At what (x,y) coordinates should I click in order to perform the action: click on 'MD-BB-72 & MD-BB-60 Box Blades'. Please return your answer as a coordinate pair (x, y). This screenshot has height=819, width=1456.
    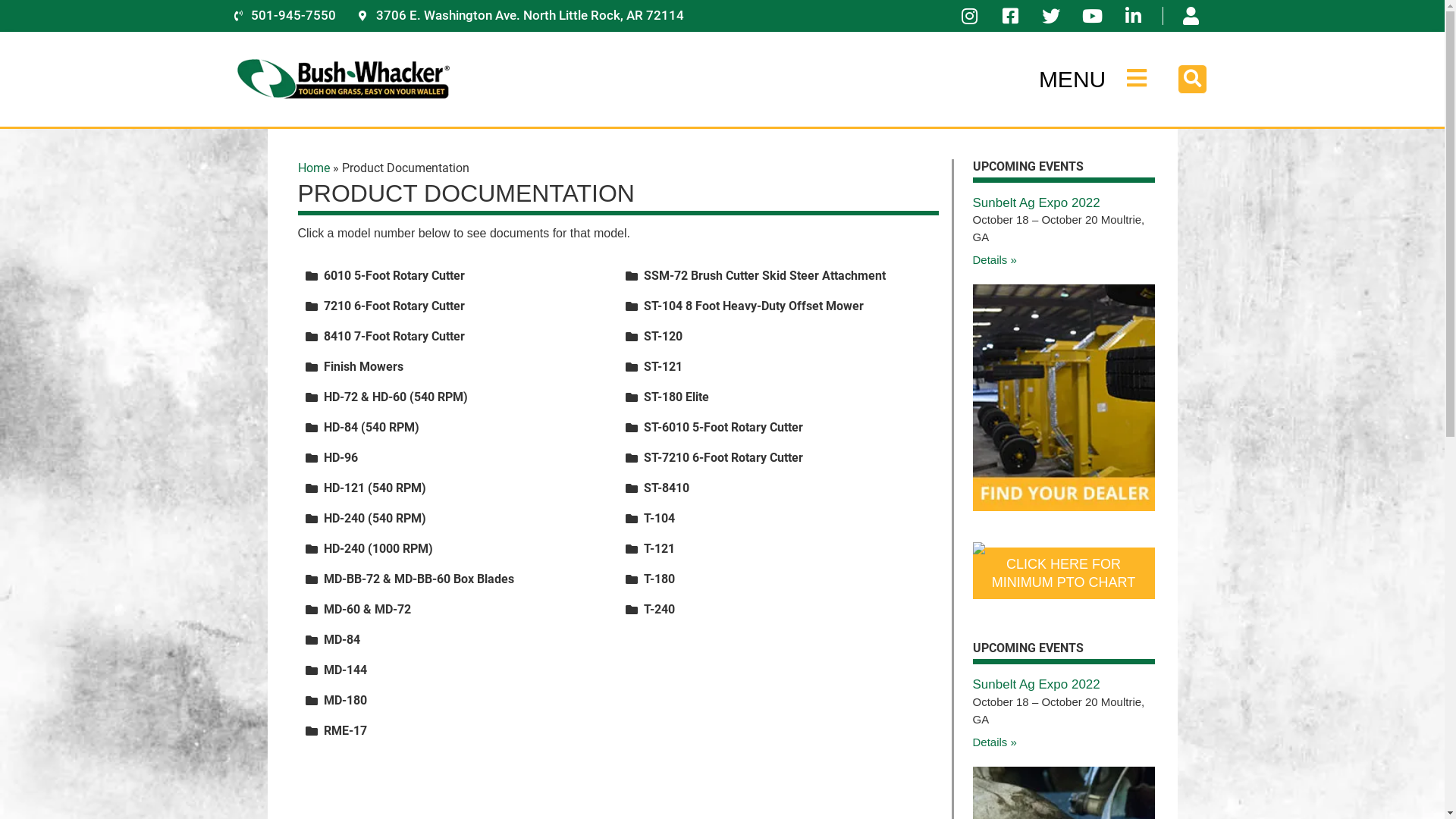
    Looking at the image, I should click on (418, 579).